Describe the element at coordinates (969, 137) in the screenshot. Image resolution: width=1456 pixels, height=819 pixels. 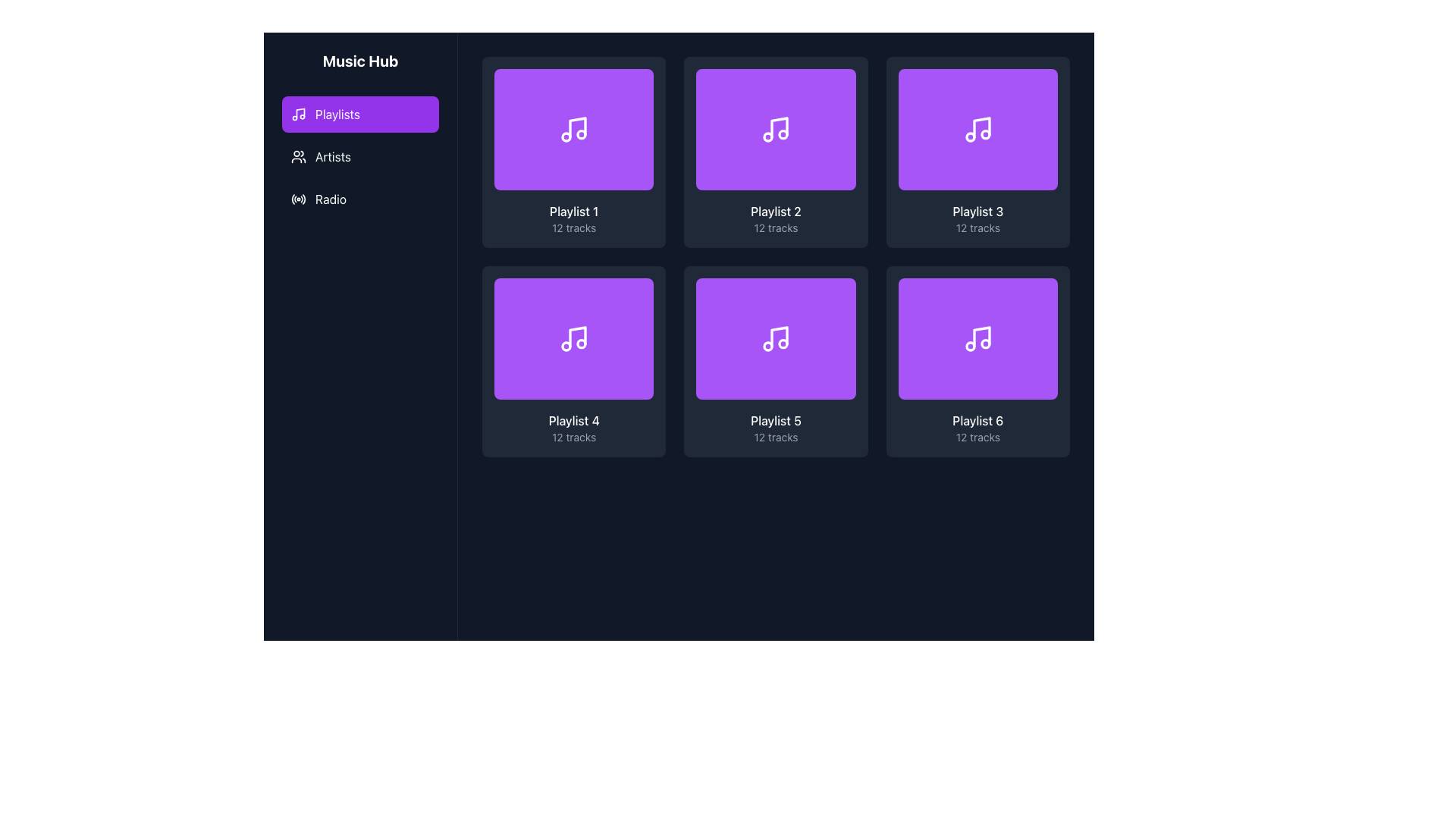
I see `the small minimalist circle SVG element located on the right side of the music note icon, which is part of the 'Playlist 3' block` at that location.